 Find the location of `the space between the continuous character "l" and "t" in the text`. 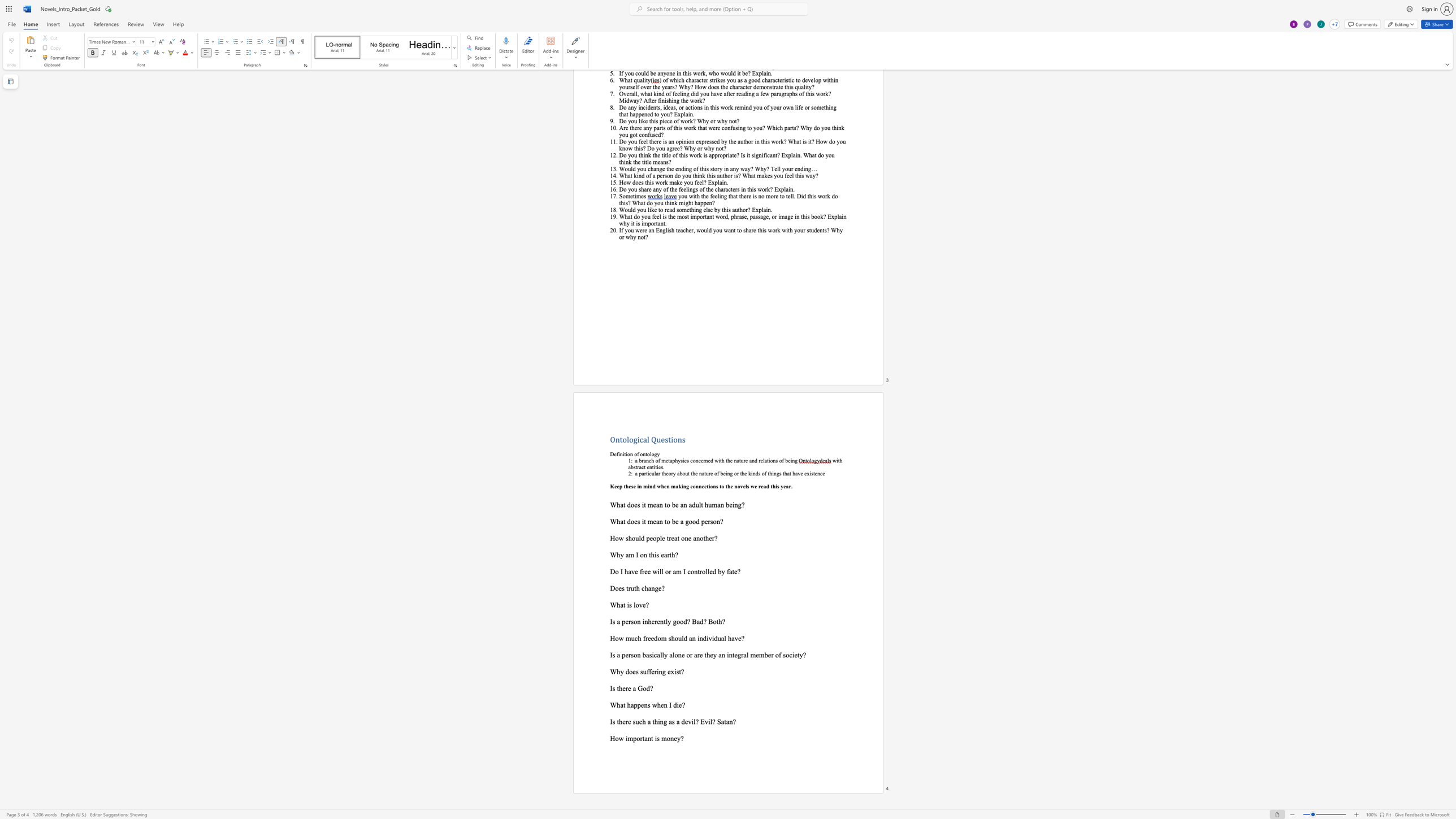

the space between the continuous character "l" and "t" in the text is located at coordinates (700, 504).